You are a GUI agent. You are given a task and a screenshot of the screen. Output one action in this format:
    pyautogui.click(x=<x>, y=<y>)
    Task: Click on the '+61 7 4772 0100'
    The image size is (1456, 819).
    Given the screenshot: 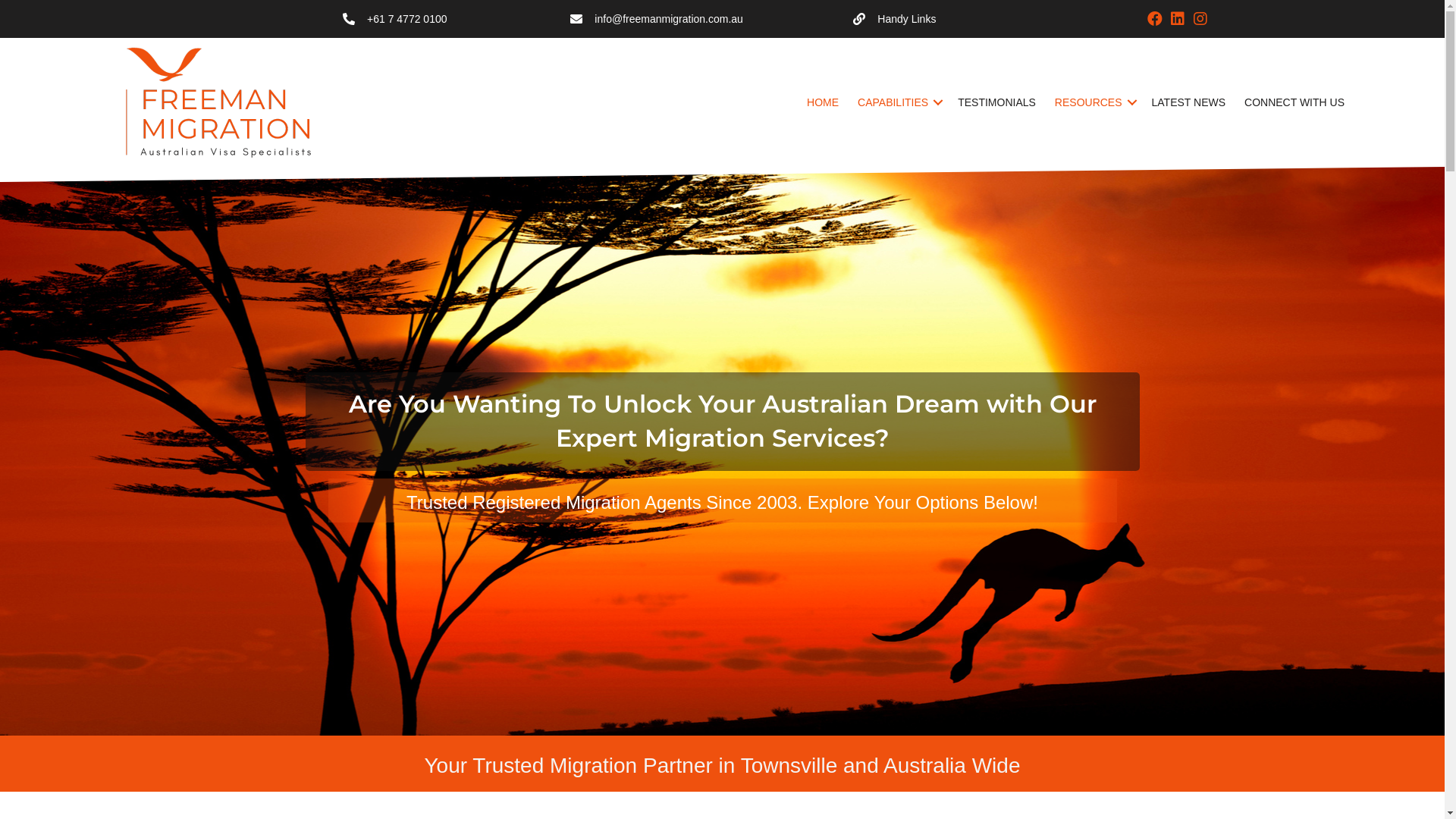 What is the action you would take?
    pyautogui.click(x=407, y=18)
    